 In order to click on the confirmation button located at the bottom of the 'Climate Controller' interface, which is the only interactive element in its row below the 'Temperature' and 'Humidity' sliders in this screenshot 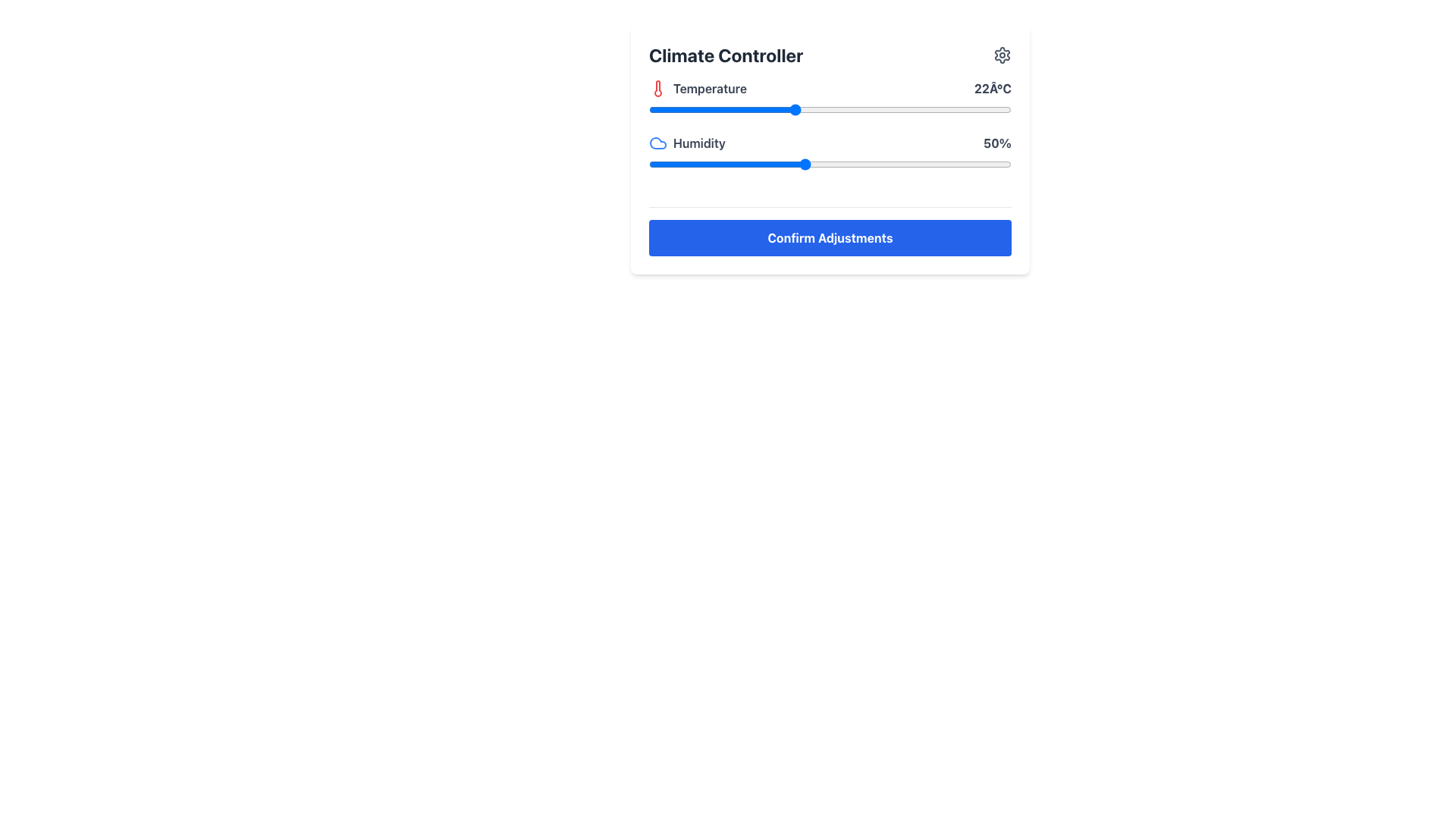, I will do `click(829, 237)`.